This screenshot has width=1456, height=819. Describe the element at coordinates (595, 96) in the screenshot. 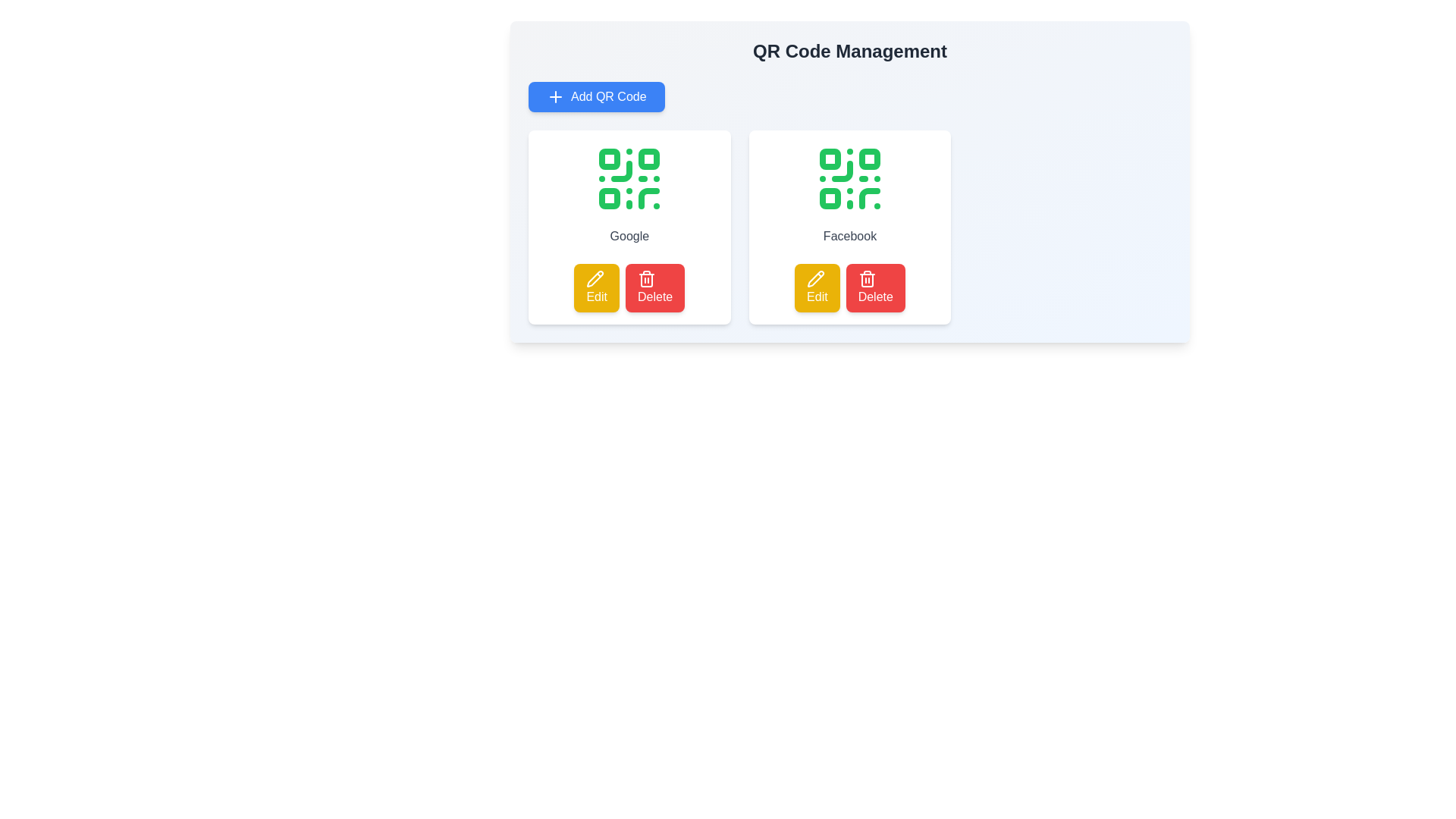

I see `the rectangular button with a blue background and white text labeled 'Add QR Code'` at that location.